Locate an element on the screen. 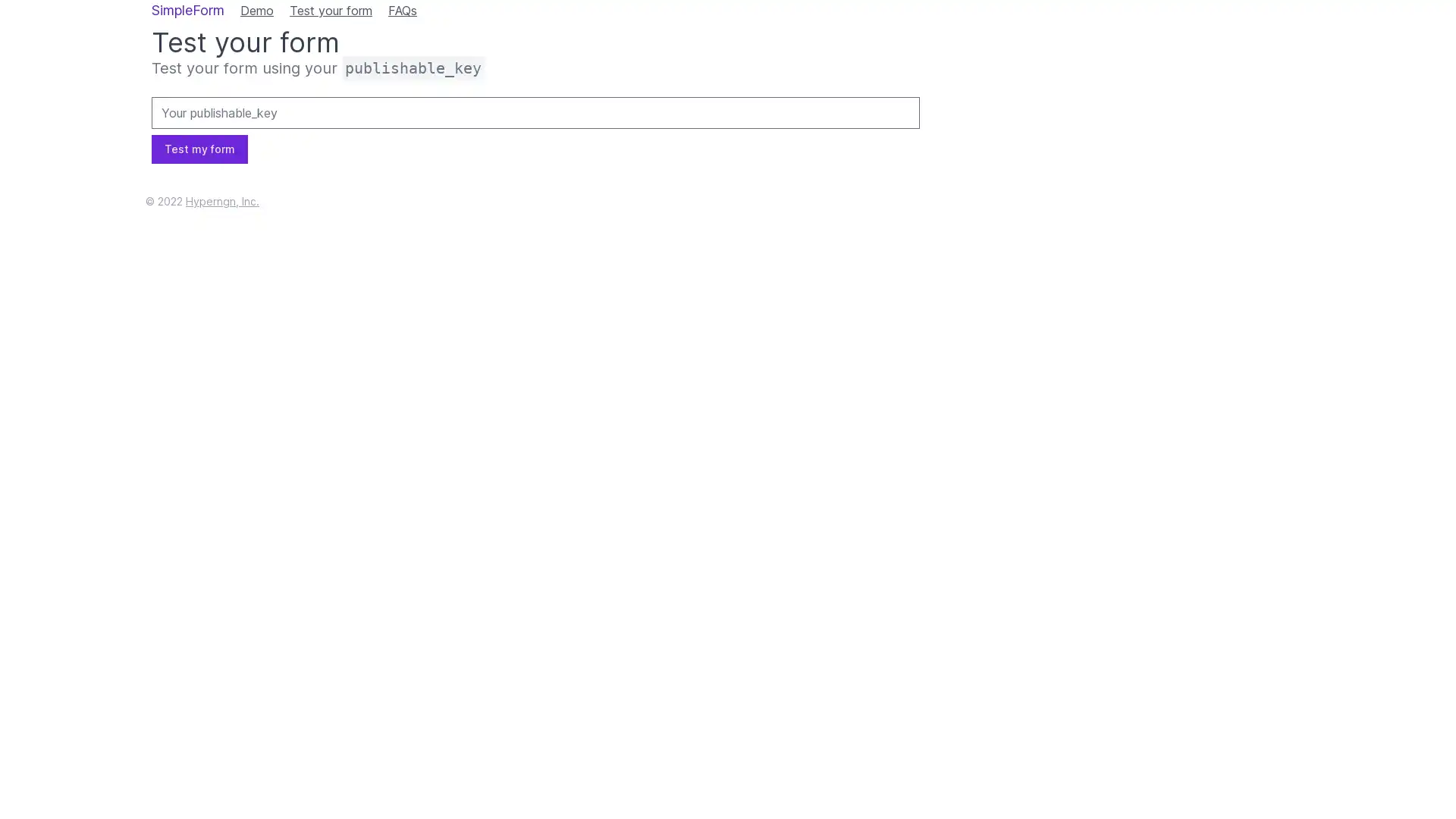 This screenshot has width=1456, height=819. Test my form is located at coordinates (199, 149).